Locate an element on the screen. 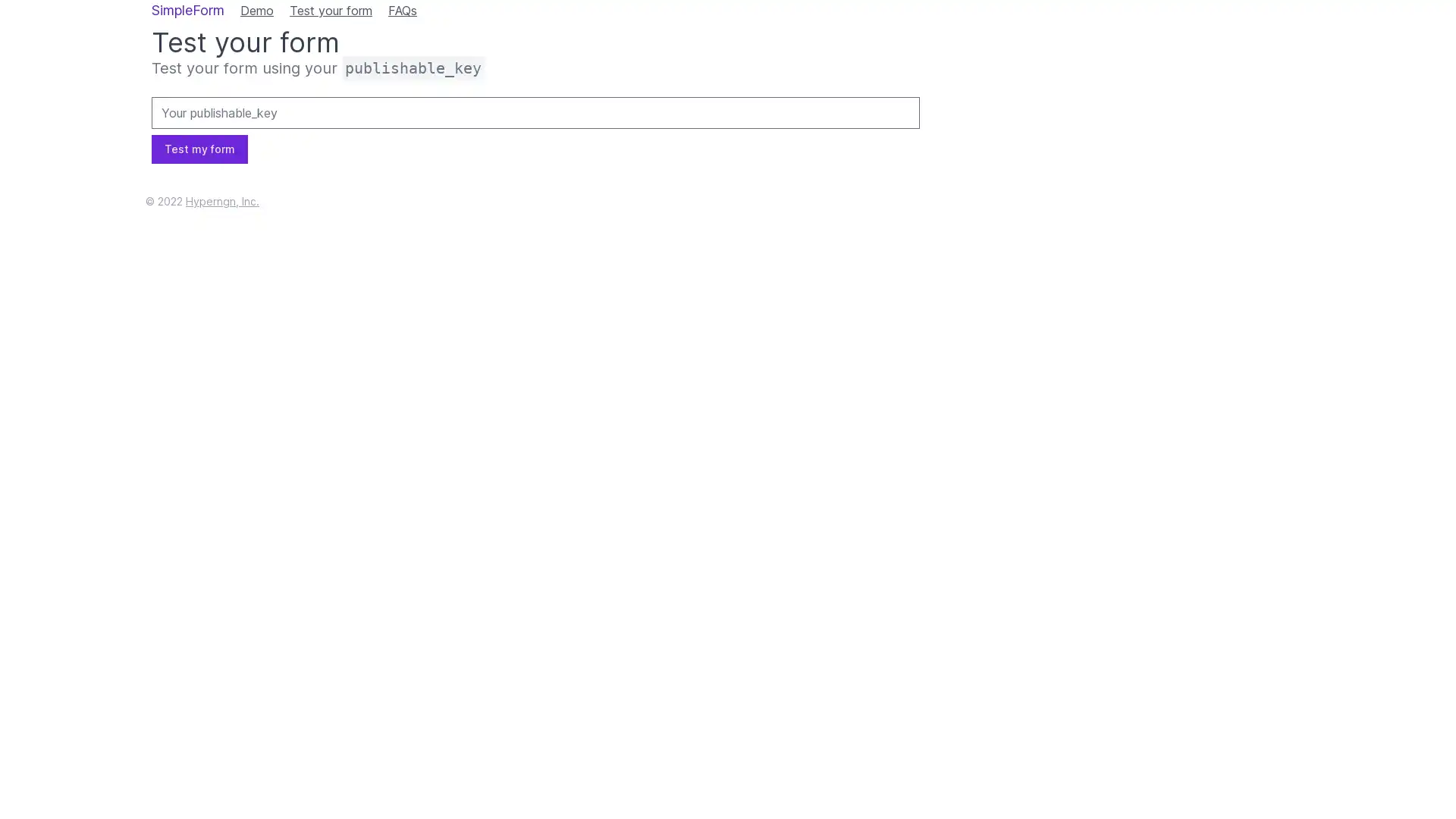 This screenshot has width=1456, height=819. Test my form is located at coordinates (199, 149).